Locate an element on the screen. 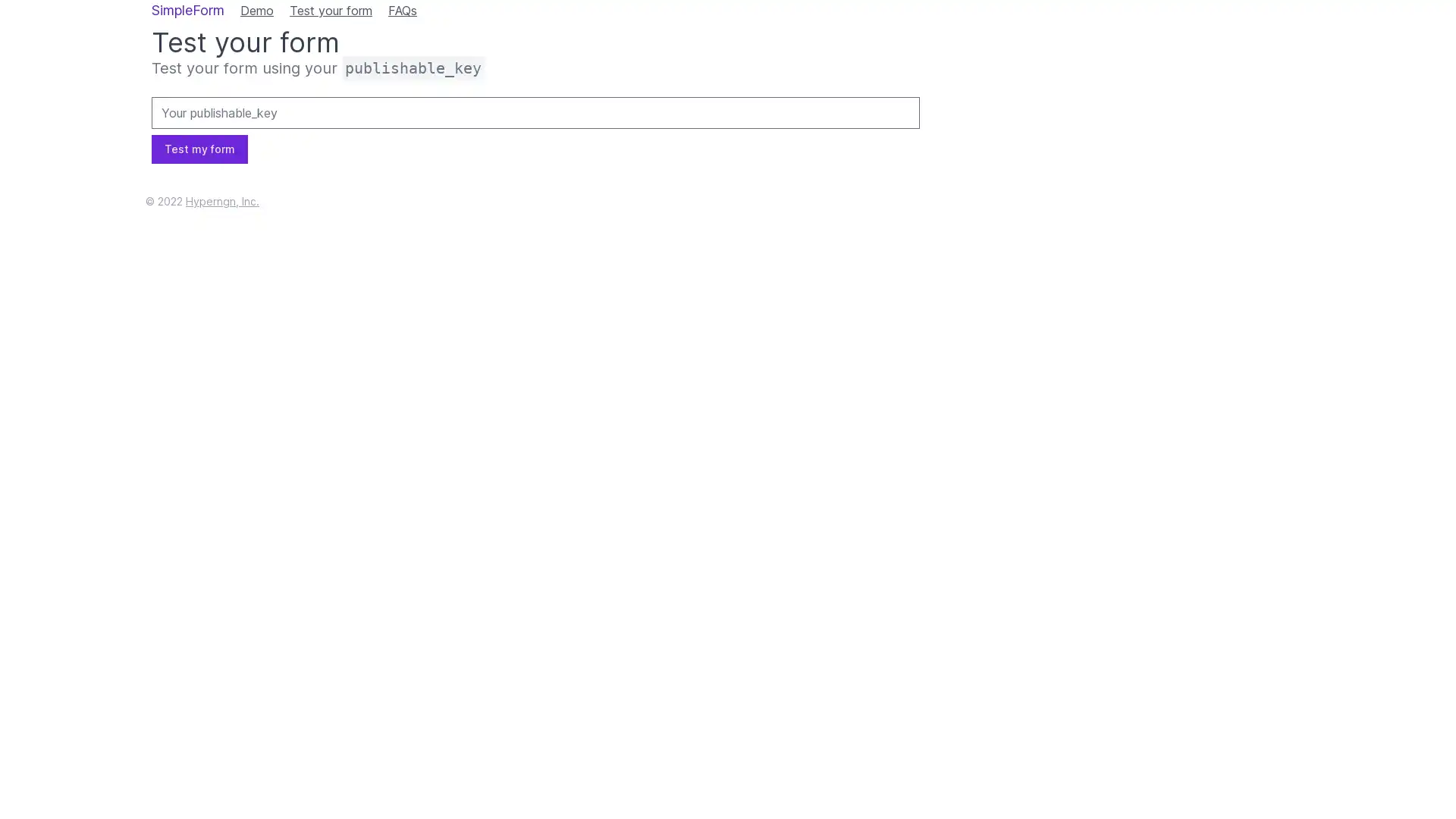 This screenshot has width=1456, height=819. Test my form is located at coordinates (199, 149).